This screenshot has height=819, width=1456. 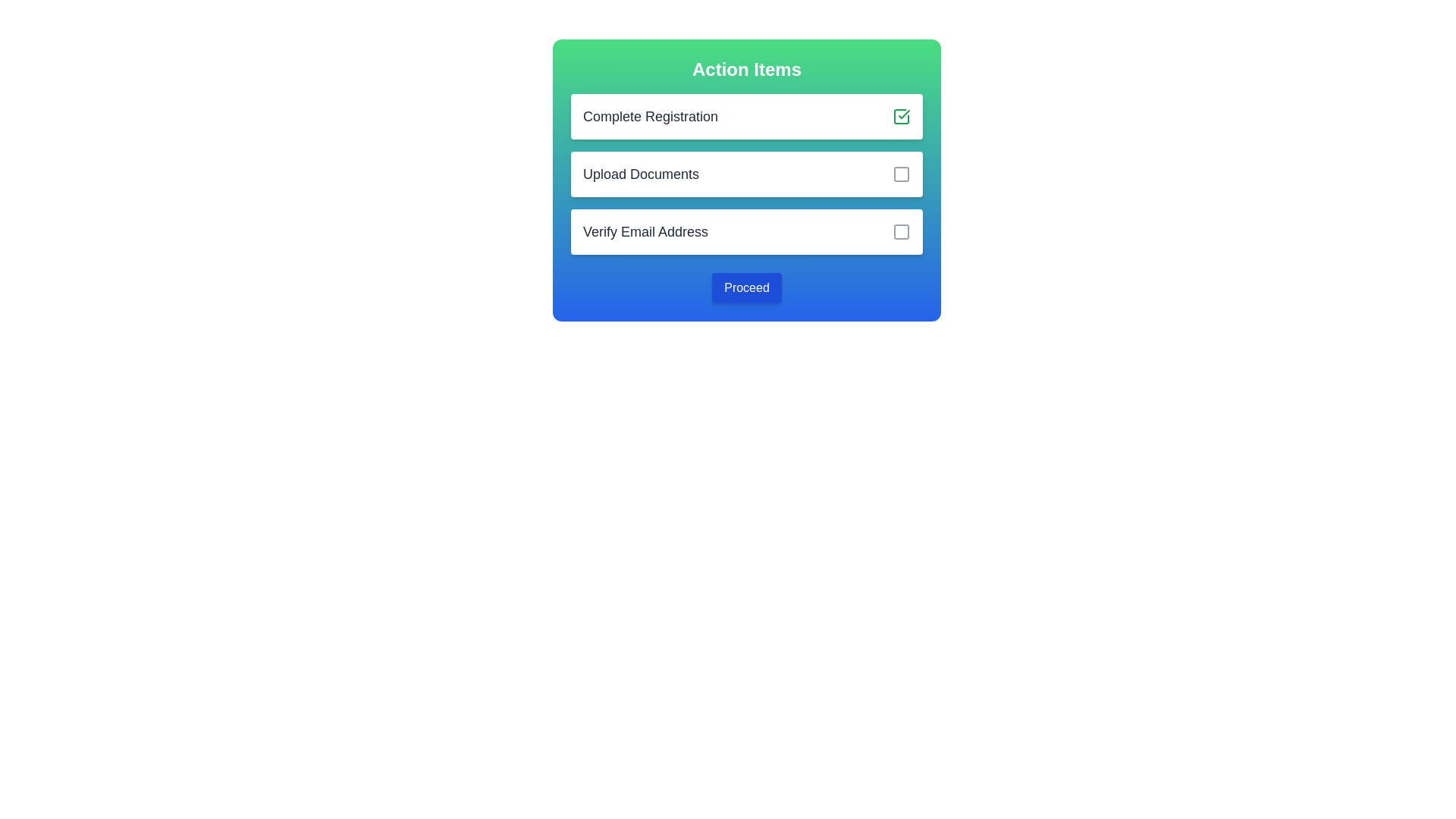 What do you see at coordinates (902, 116) in the screenshot?
I see `the checkbox indicating the completion status of the 'Complete Registration' action item` at bounding box center [902, 116].